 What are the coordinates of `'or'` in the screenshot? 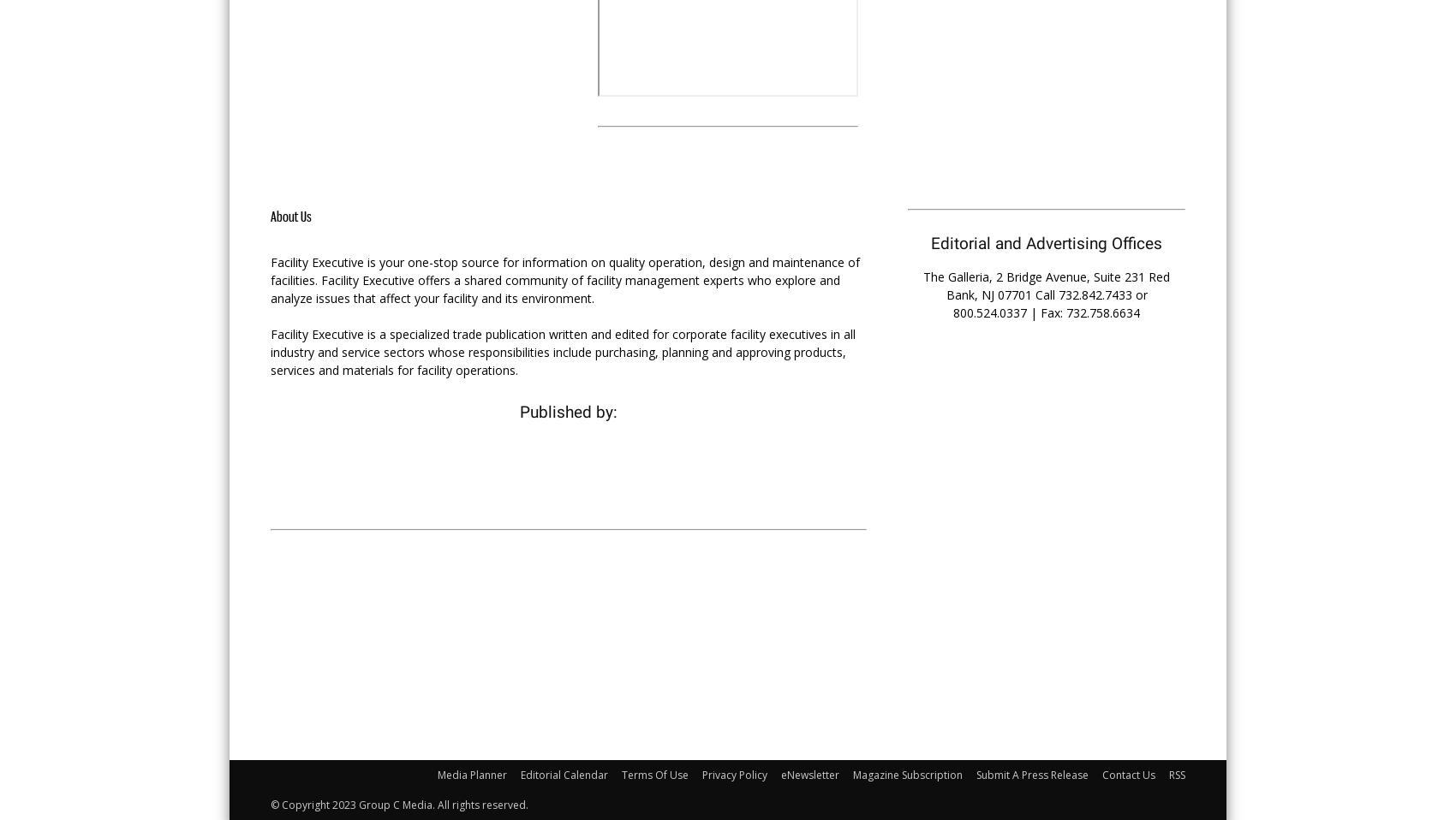 It's located at (1139, 293).